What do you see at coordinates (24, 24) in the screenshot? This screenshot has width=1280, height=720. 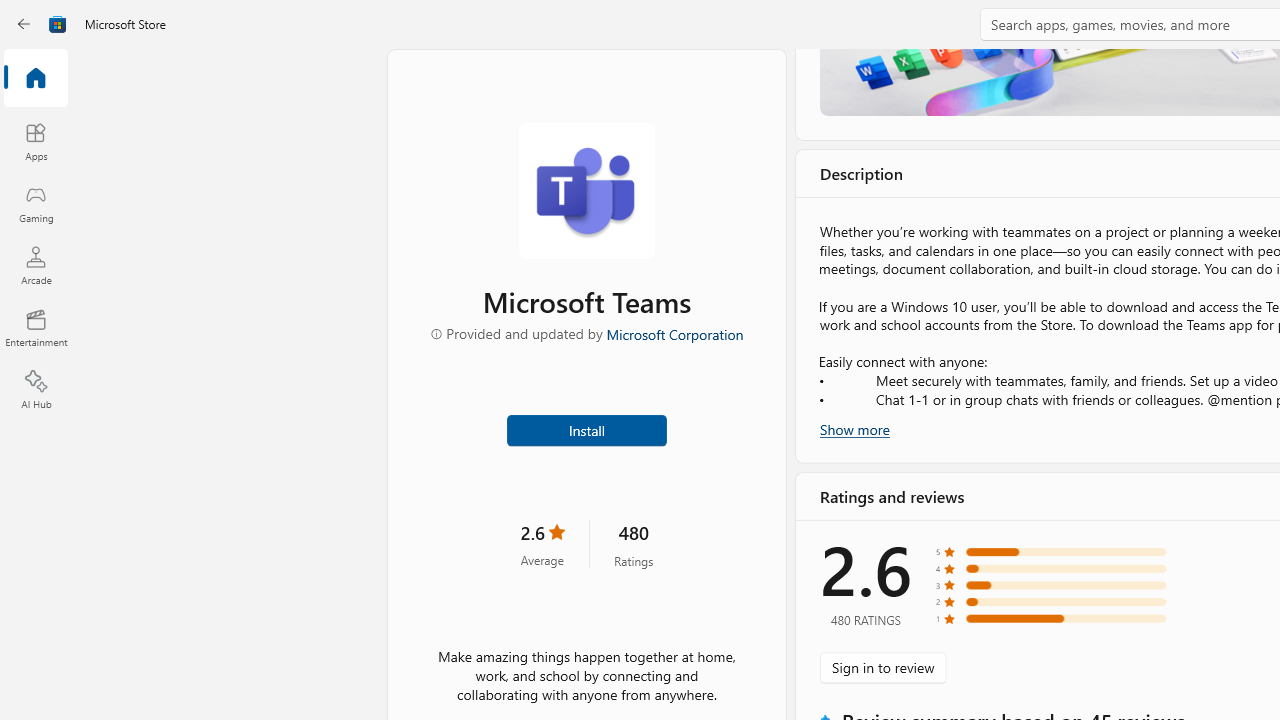 I see `'Back'` at bounding box center [24, 24].